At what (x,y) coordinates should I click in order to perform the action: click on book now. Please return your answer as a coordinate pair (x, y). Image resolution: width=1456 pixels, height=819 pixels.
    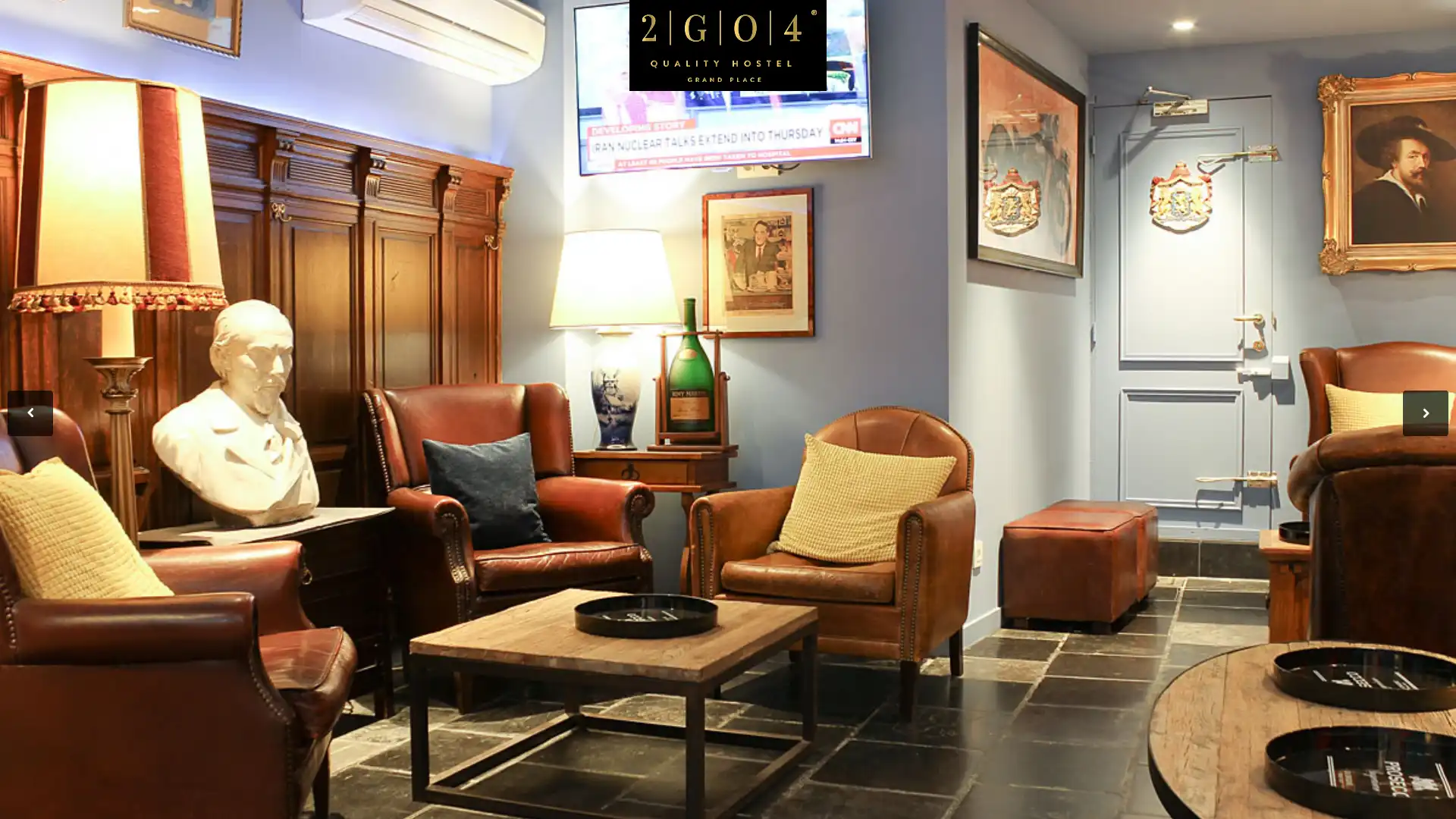
    Looking at the image, I should click on (1330, 123).